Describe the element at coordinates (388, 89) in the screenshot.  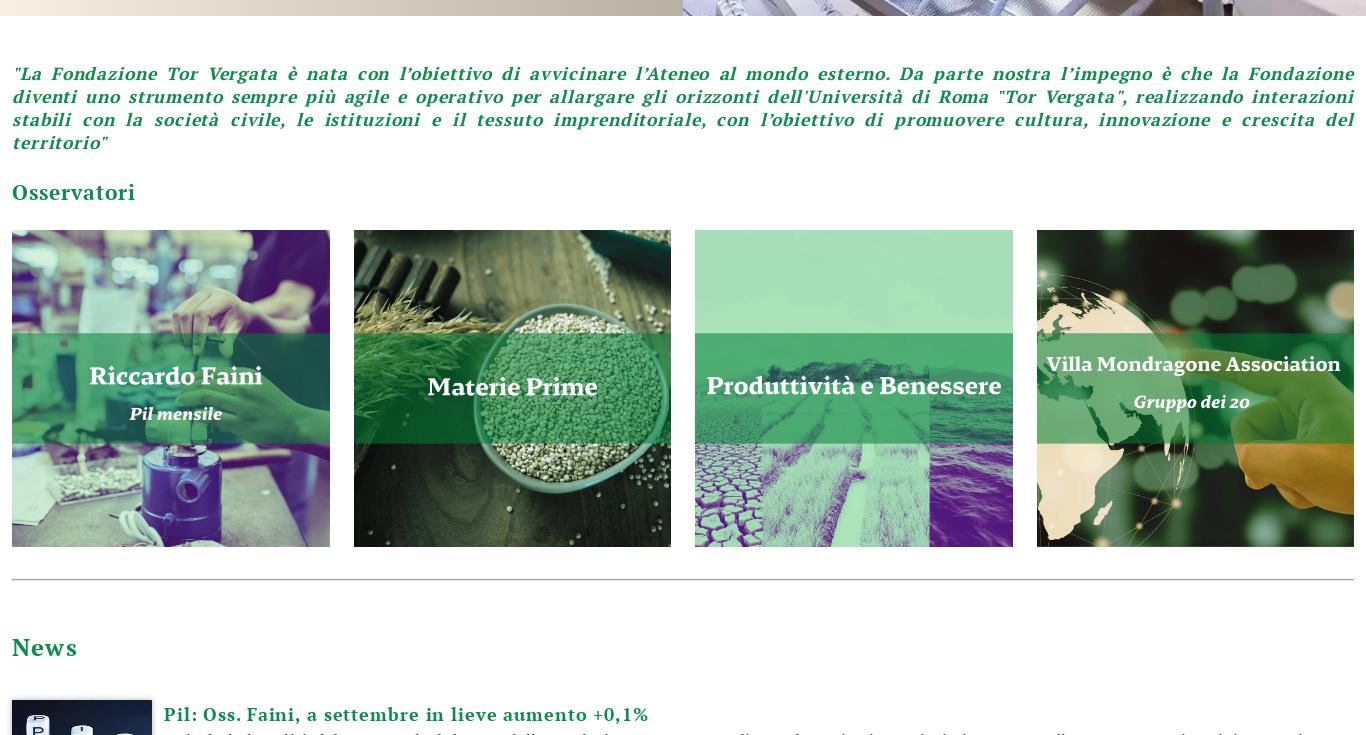
I see `'Workshop organizzato dal Dipartimento del Tesoro del Ministero dell’Economia e Finanze e dalla Fondazione Tor Vergata - Osservatorio Riccardo Faini'` at that location.